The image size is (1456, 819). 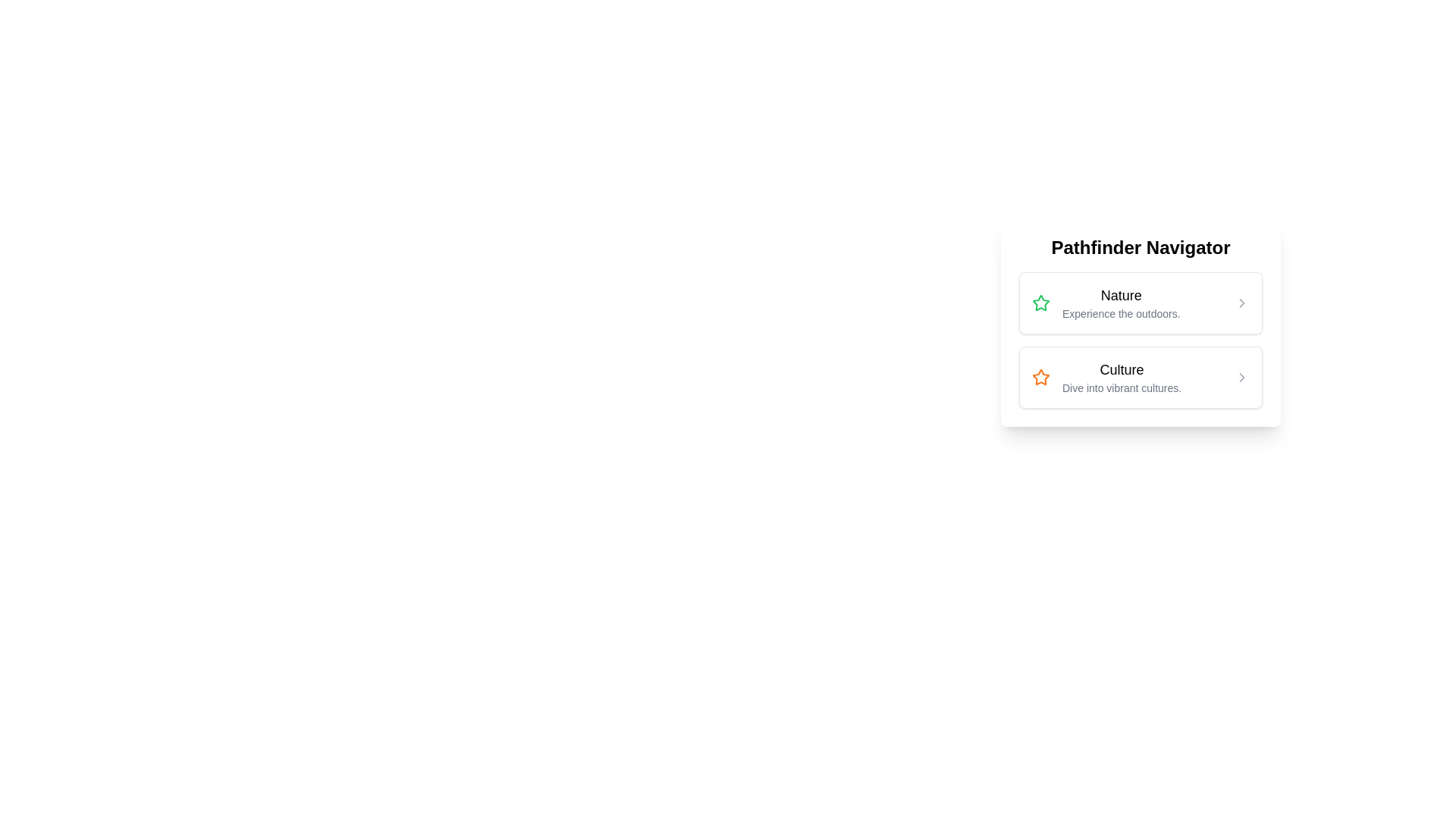 I want to click on the title text of the 'Culture' card in the 'Pathfinder Navigator' section, which serves as the main title for the second card, so click(x=1122, y=370).